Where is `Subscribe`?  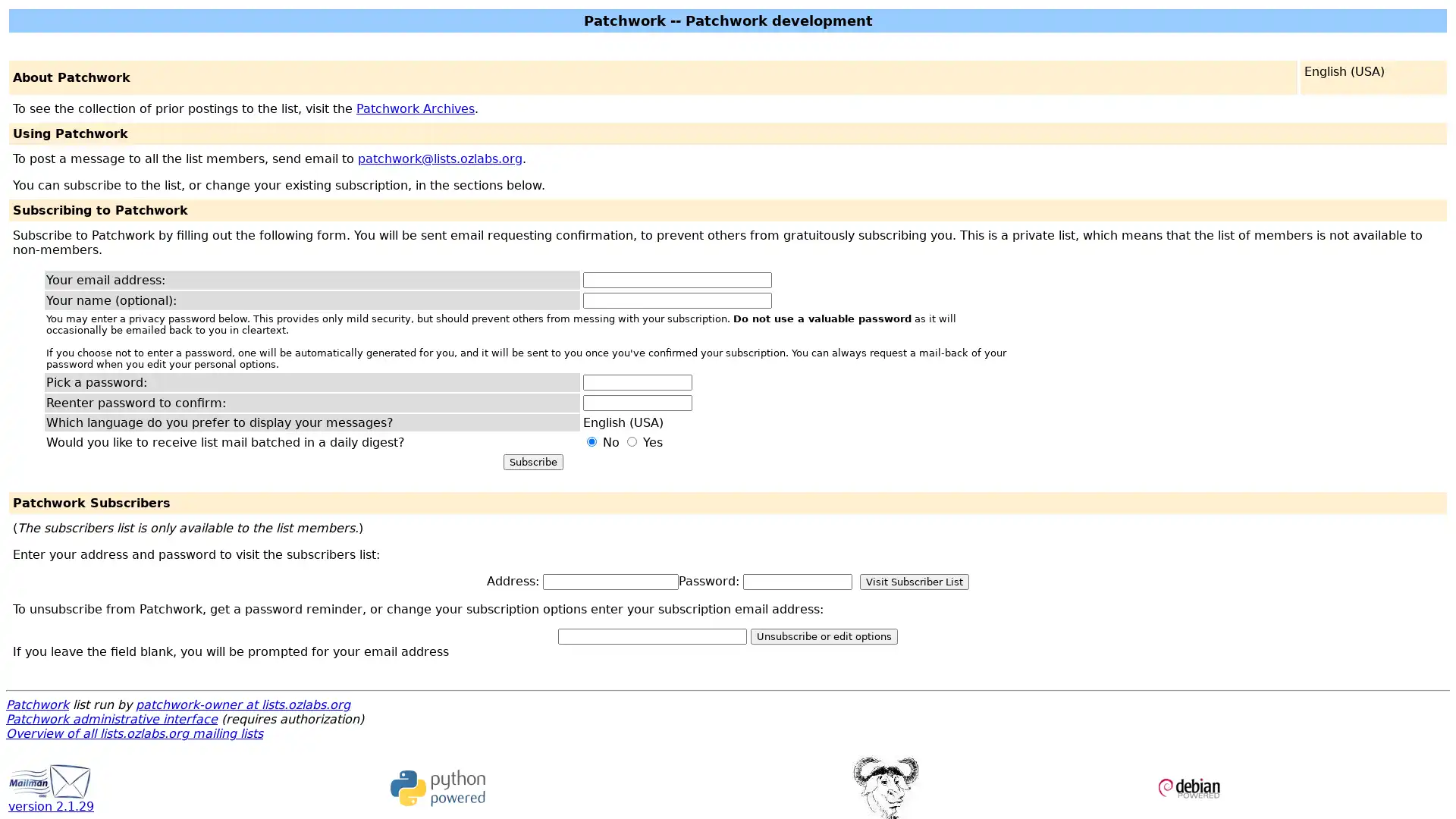
Subscribe is located at coordinates (532, 461).